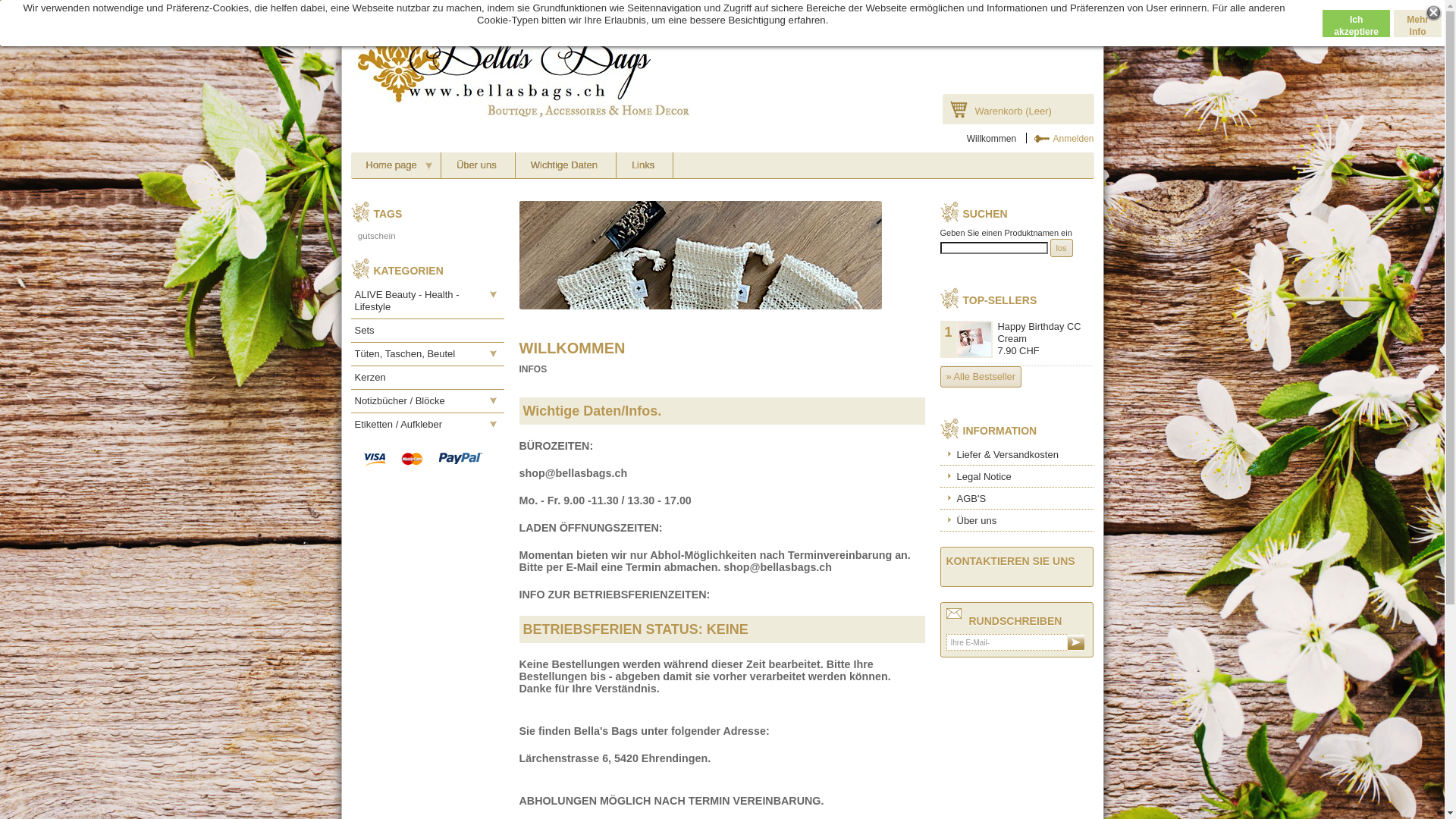 The width and height of the screenshot is (1456, 819). What do you see at coordinates (1016, 475) in the screenshot?
I see `'Legal Notice'` at bounding box center [1016, 475].